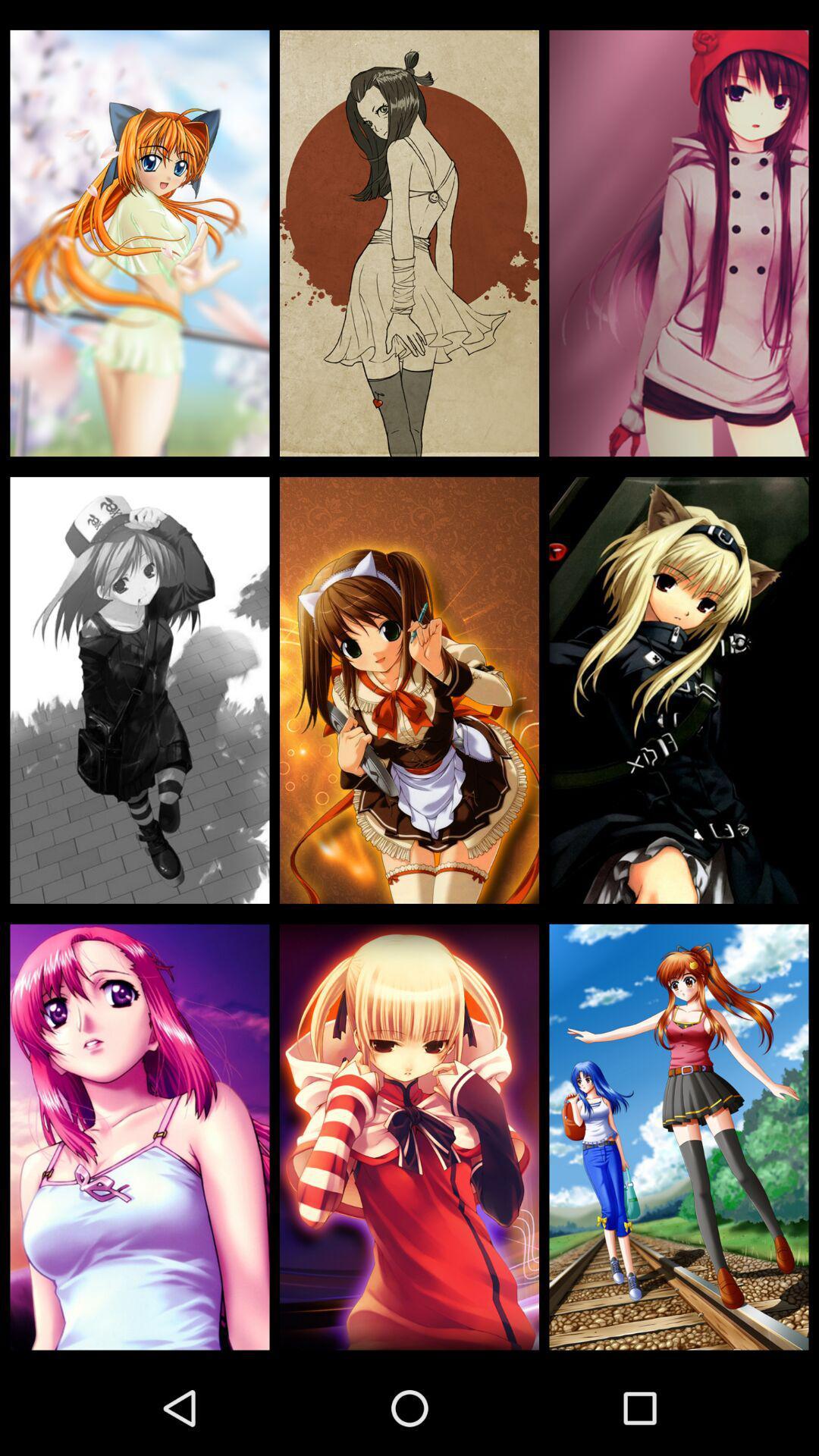 Image resolution: width=819 pixels, height=1456 pixels. Describe the element at coordinates (140, 243) in the screenshot. I see `first image` at that location.